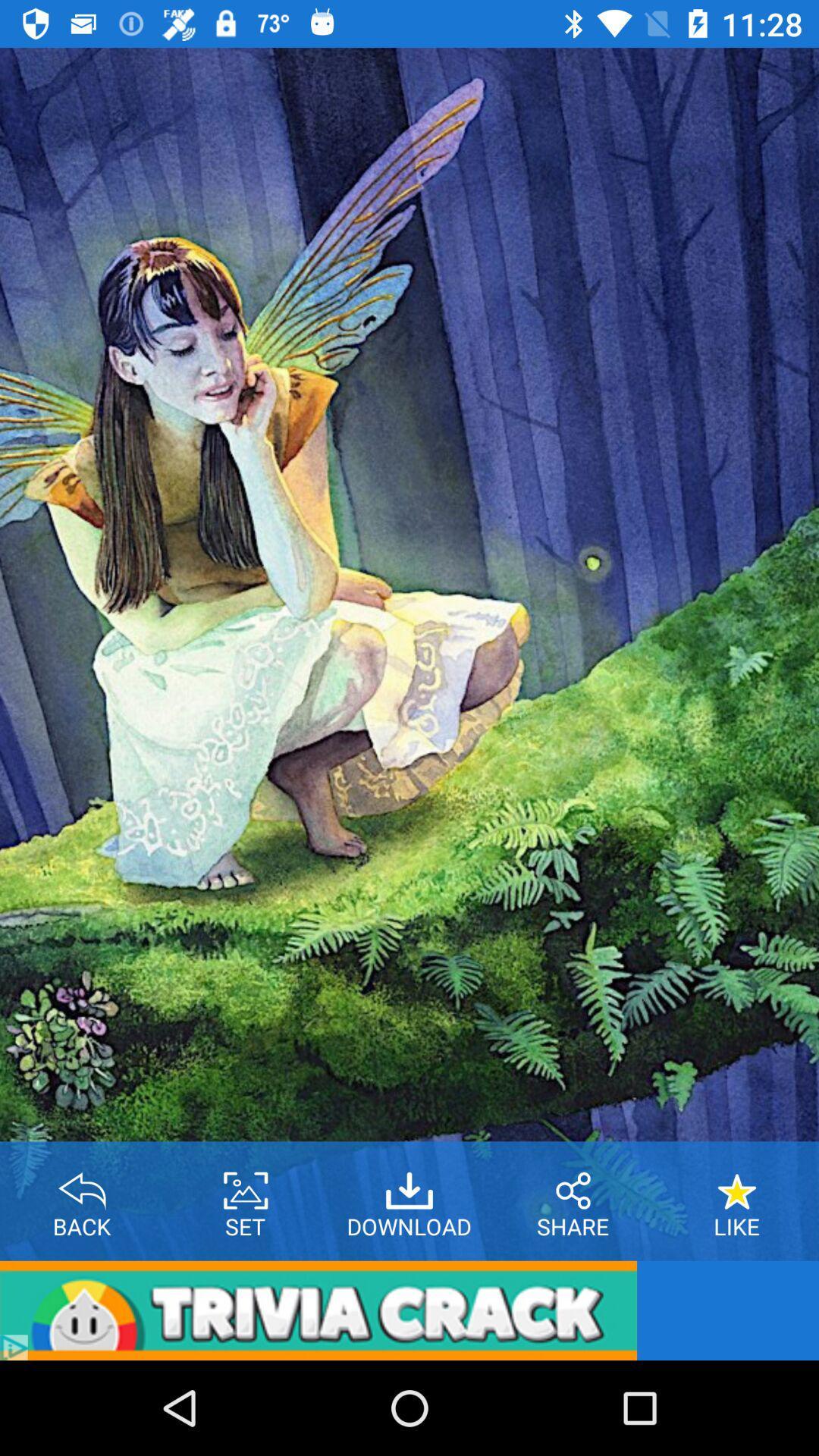  Describe the element at coordinates (318, 1310) in the screenshot. I see `the item below the back` at that location.